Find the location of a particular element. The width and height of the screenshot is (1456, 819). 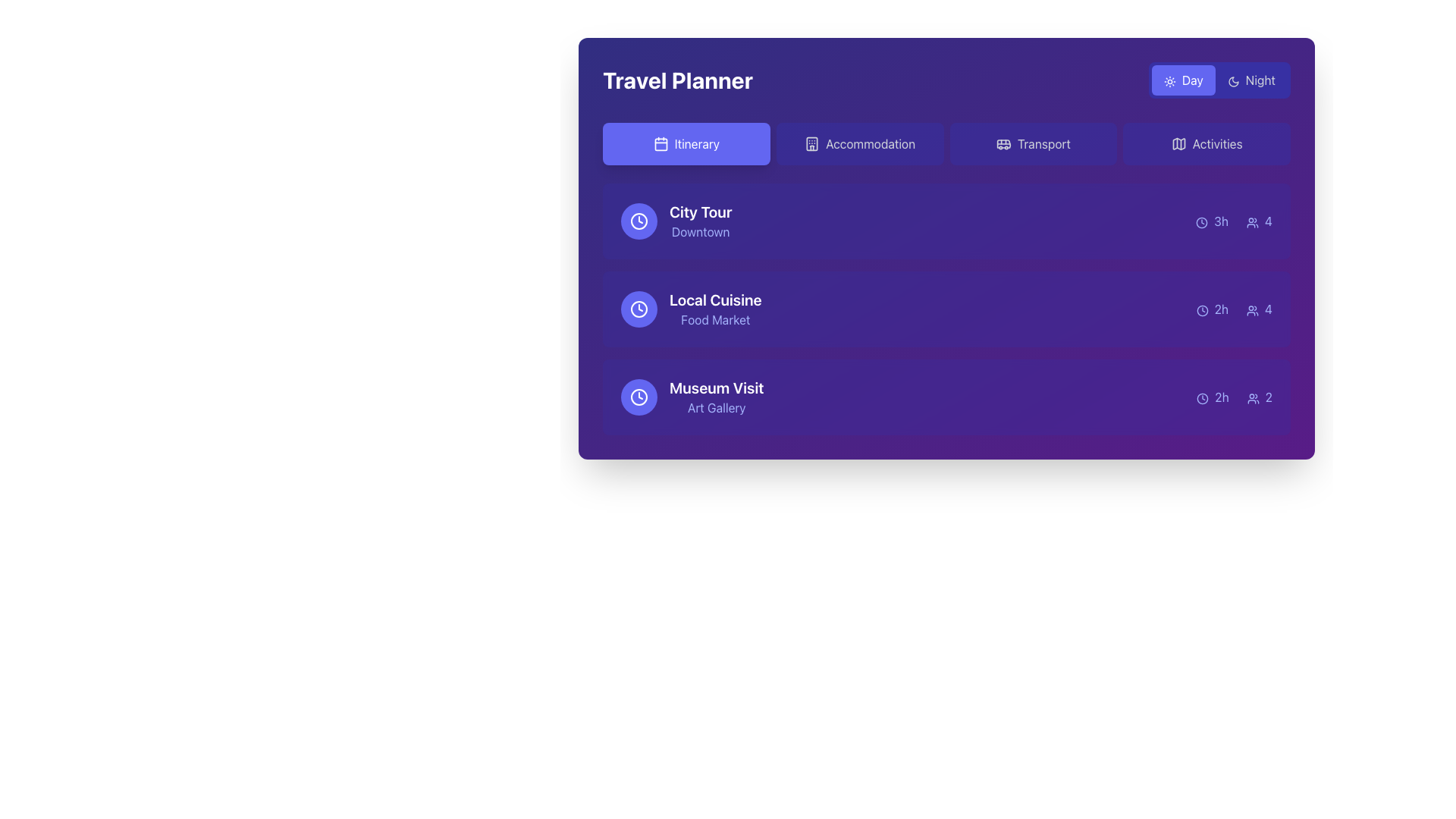

the text label displaying the number '4' with an icon of two overlapping user silhouettes in the 'Travel Planner' interface is located at coordinates (1259, 309).